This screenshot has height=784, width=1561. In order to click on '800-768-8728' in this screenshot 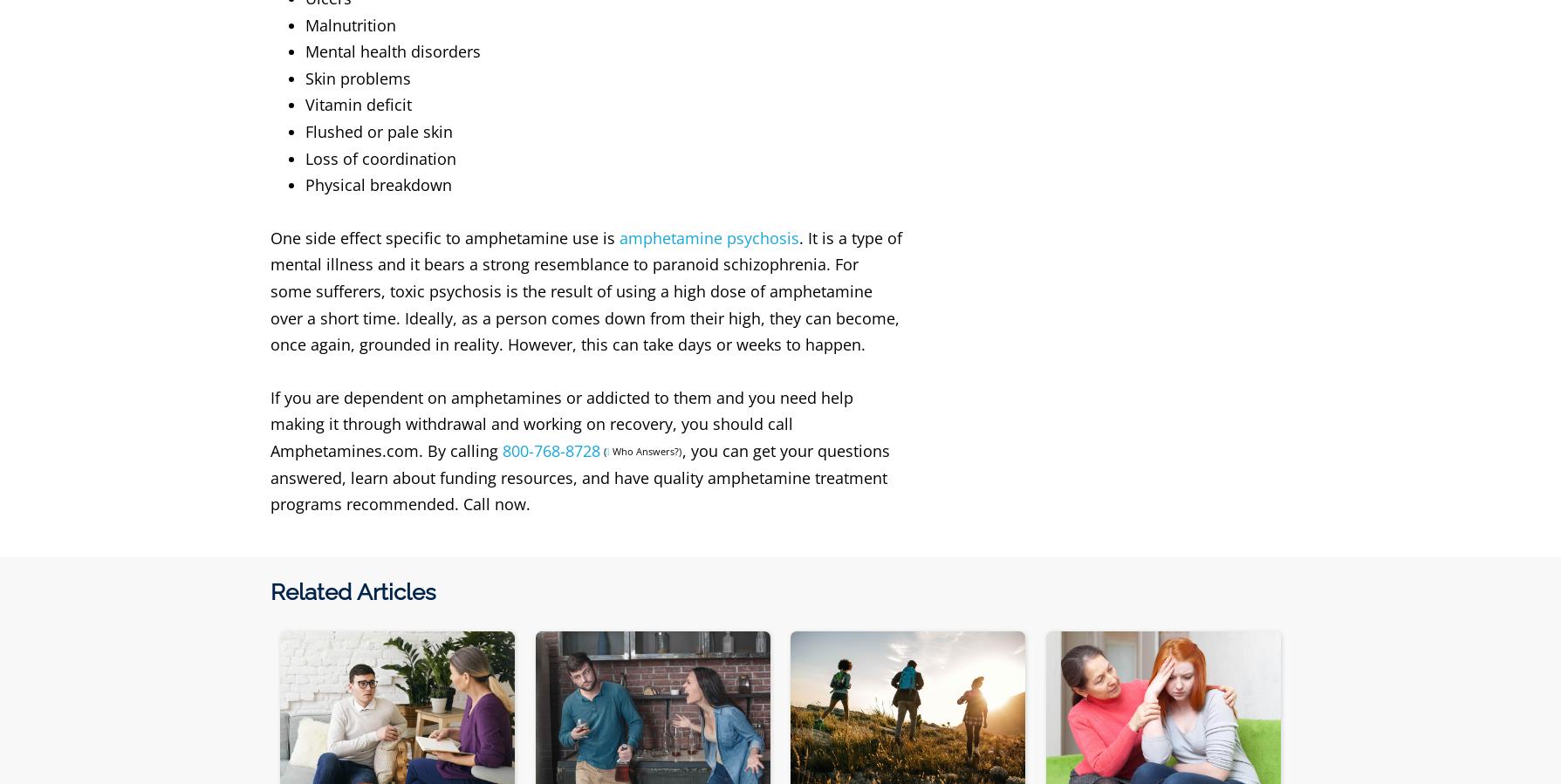, I will do `click(500, 450)`.